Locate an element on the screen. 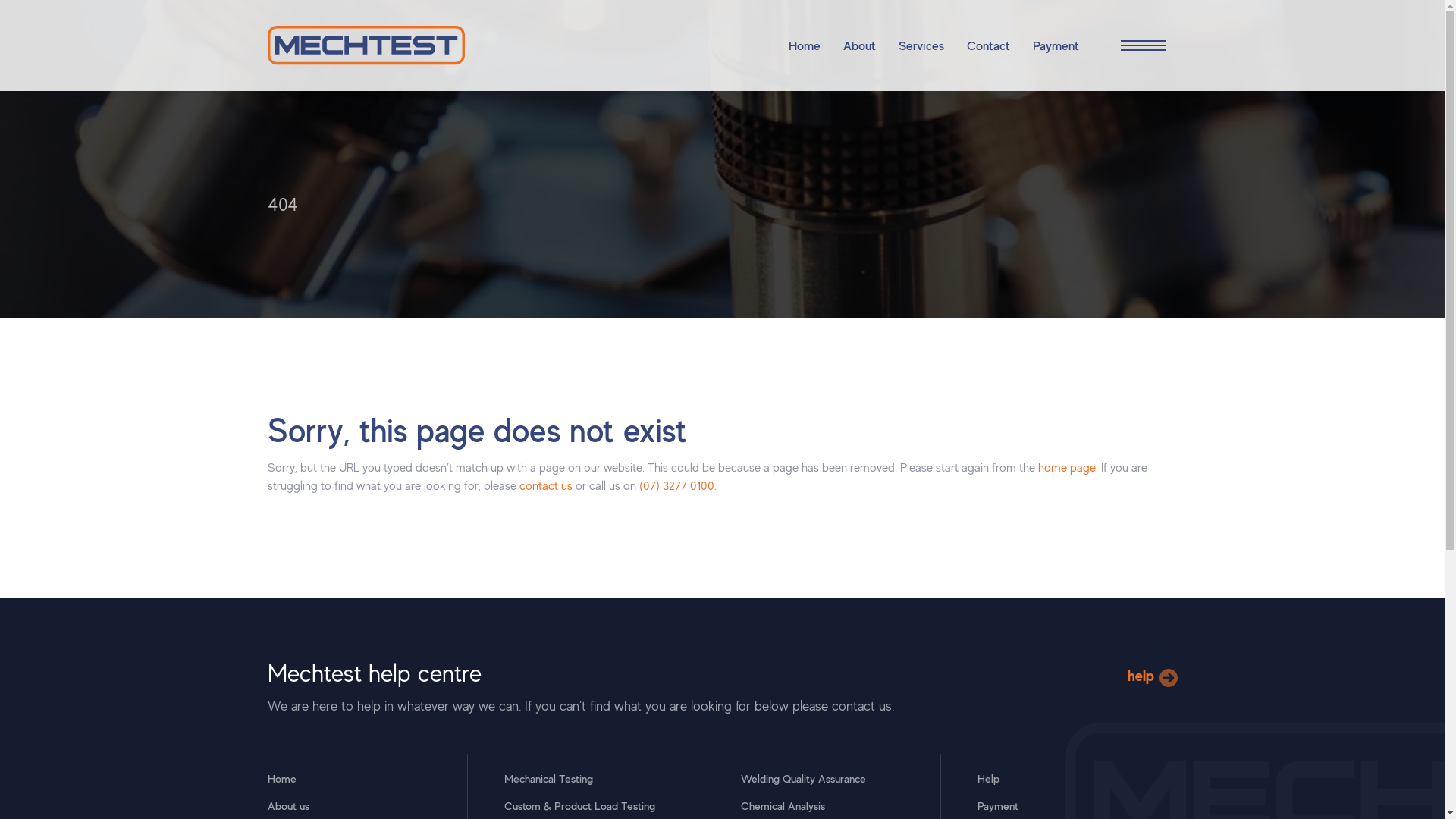 Image resolution: width=1456 pixels, height=819 pixels. '(07) 3277 0100' is located at coordinates (675, 485).